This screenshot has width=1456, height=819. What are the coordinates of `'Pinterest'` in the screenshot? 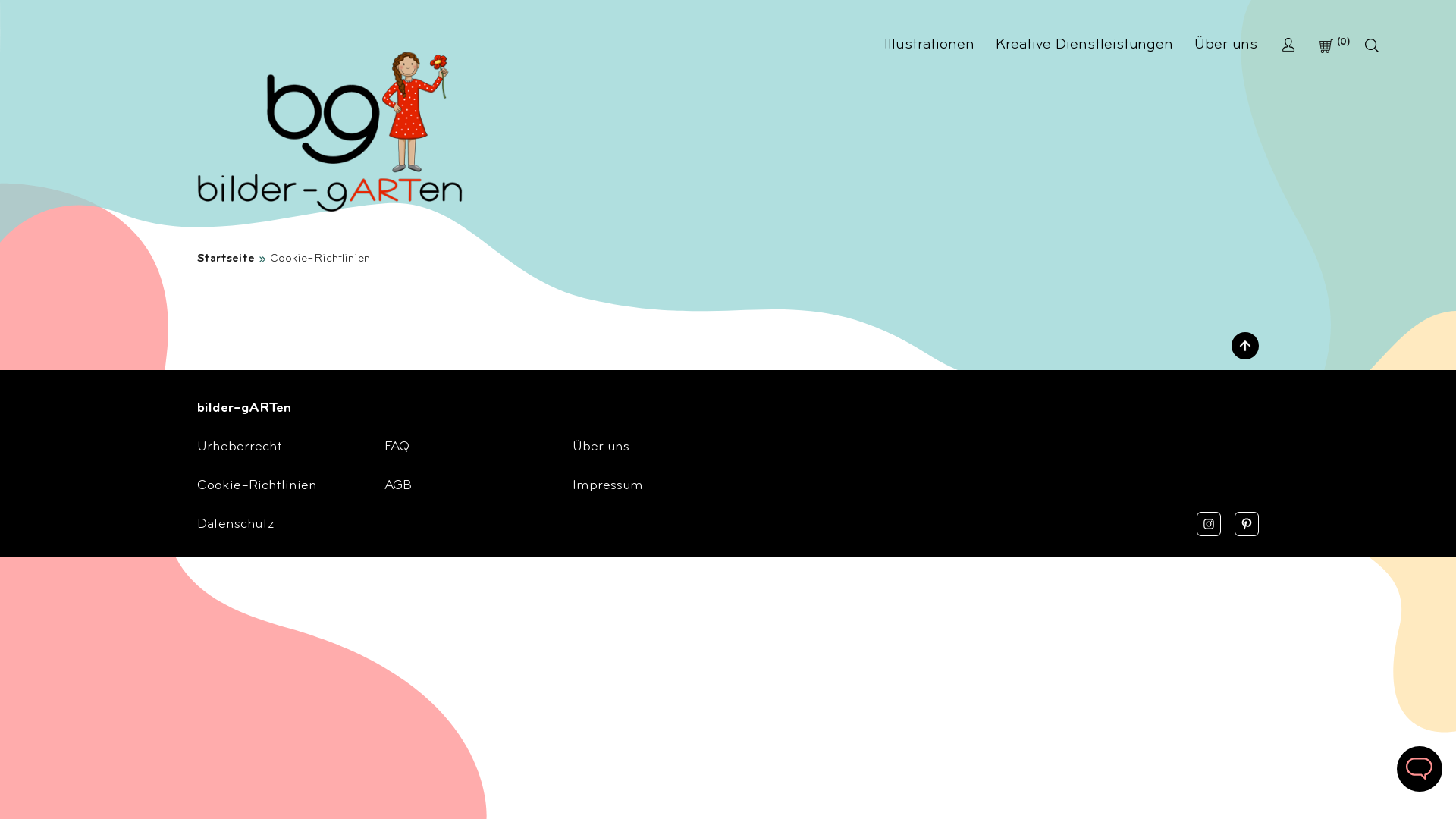 It's located at (1246, 522).